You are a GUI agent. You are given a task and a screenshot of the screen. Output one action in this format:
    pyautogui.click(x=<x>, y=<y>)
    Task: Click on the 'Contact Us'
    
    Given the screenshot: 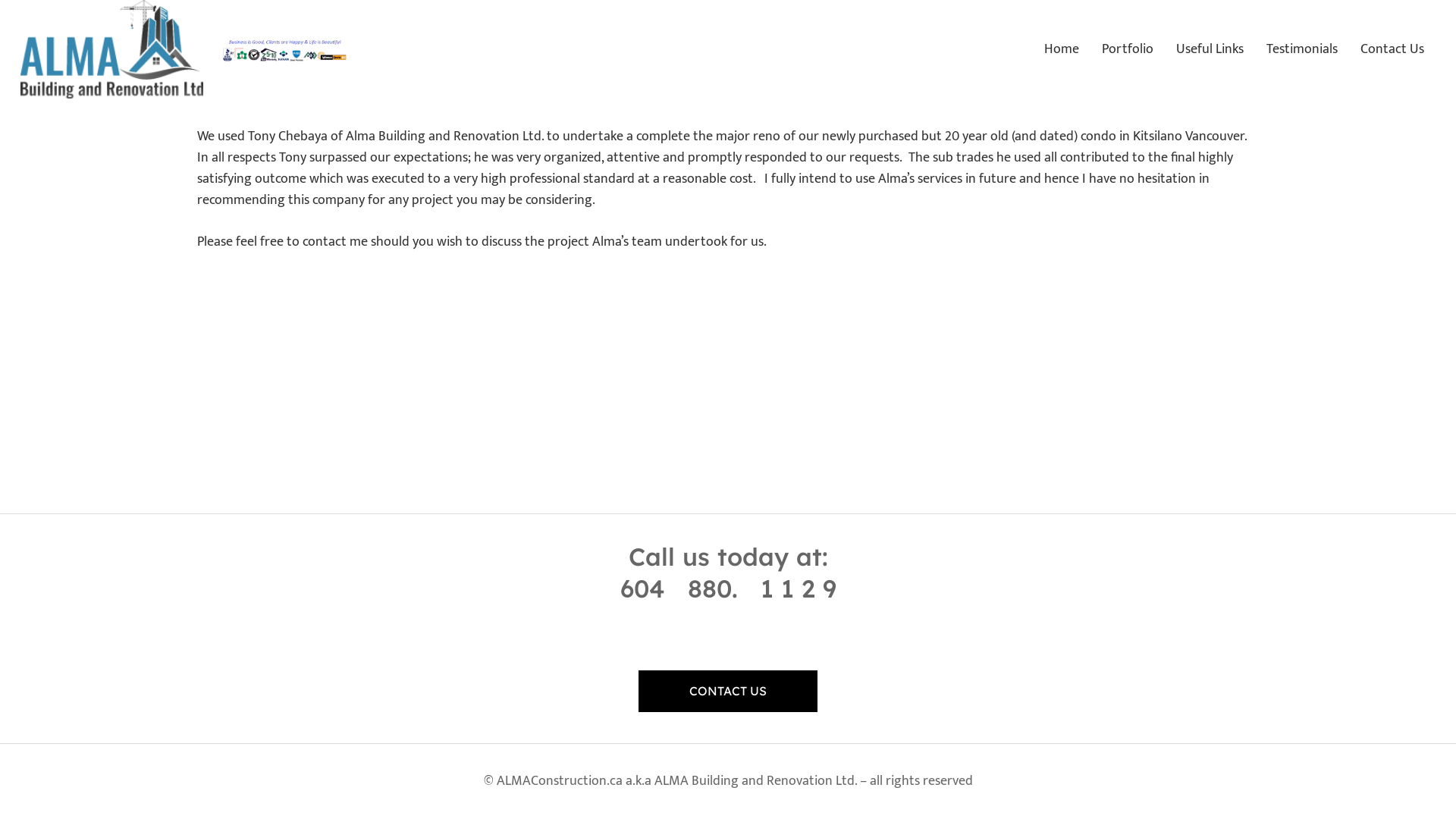 What is the action you would take?
    pyautogui.click(x=1392, y=49)
    